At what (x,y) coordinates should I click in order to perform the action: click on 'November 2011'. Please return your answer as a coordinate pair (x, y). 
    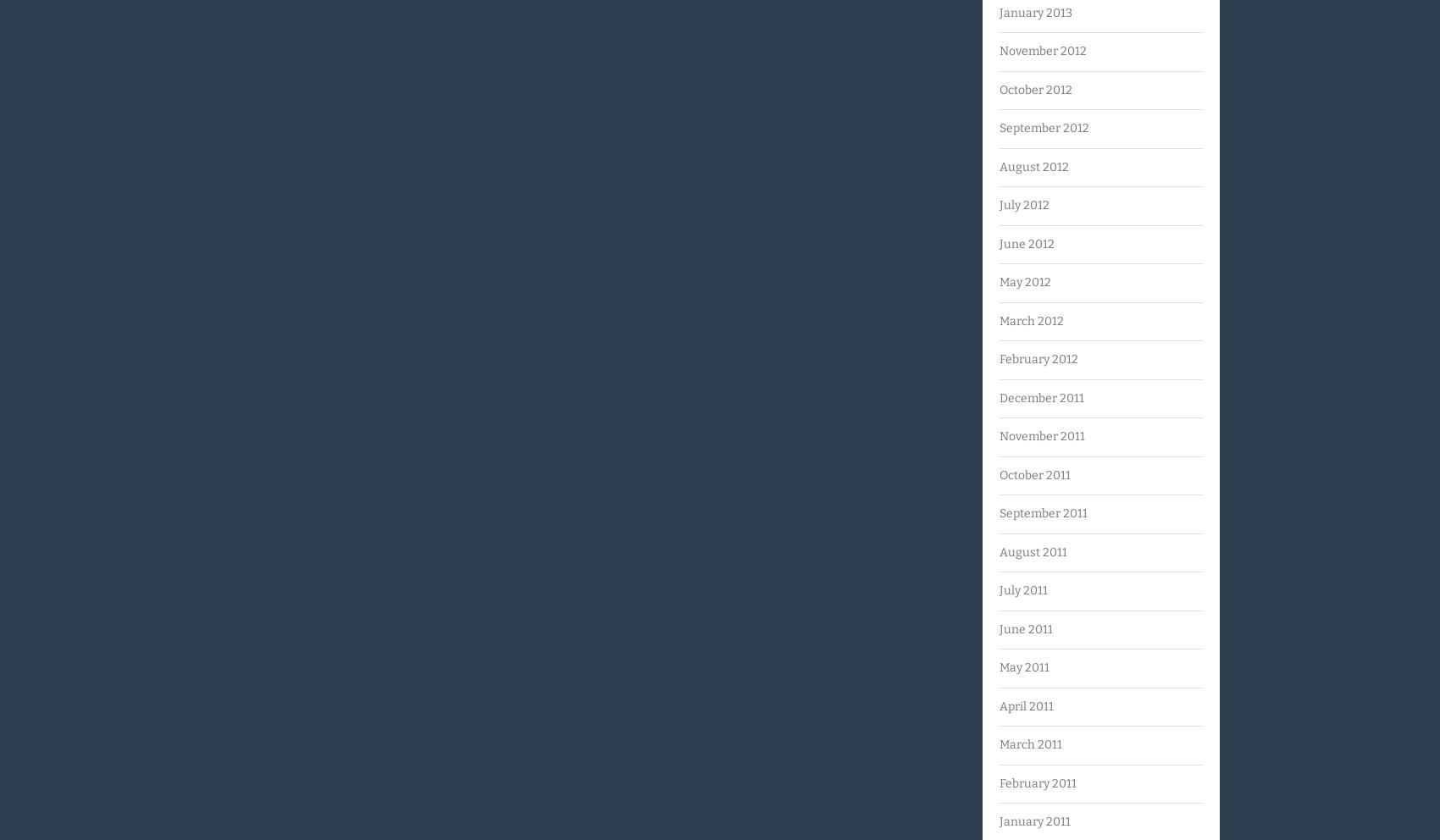
    Looking at the image, I should click on (1041, 435).